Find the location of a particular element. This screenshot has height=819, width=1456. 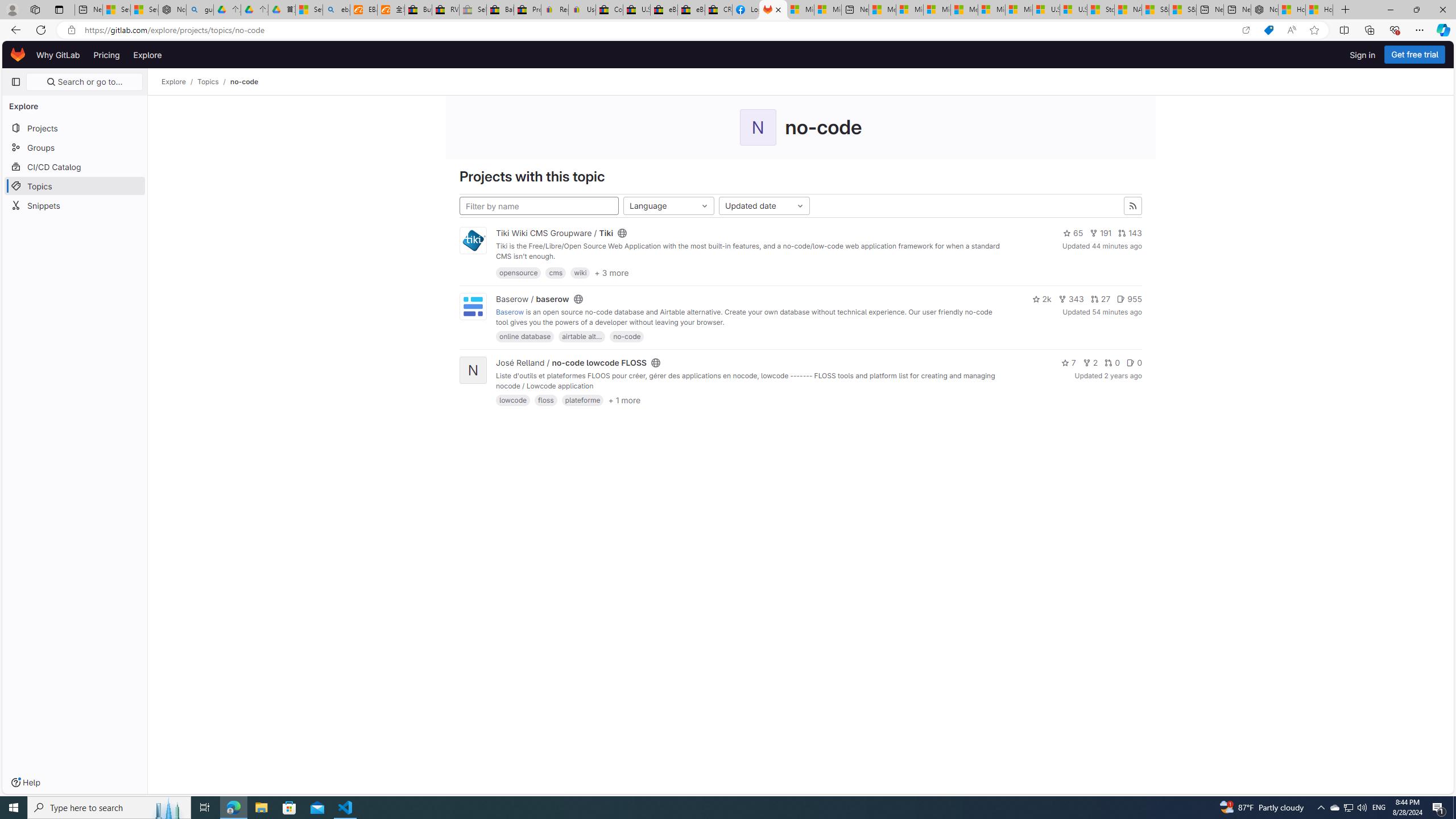

'lowcode' is located at coordinates (512, 399).